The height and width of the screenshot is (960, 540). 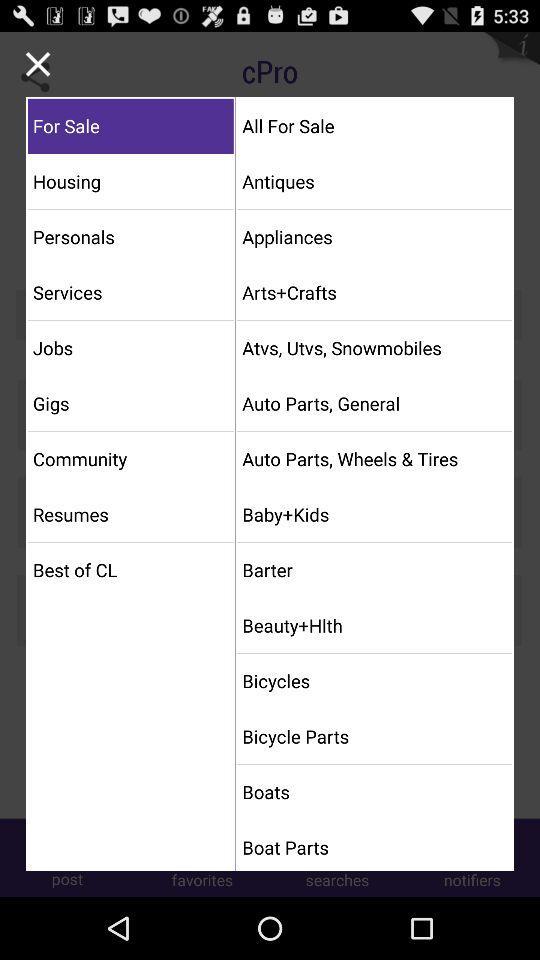 What do you see at coordinates (374, 792) in the screenshot?
I see `the boats item` at bounding box center [374, 792].